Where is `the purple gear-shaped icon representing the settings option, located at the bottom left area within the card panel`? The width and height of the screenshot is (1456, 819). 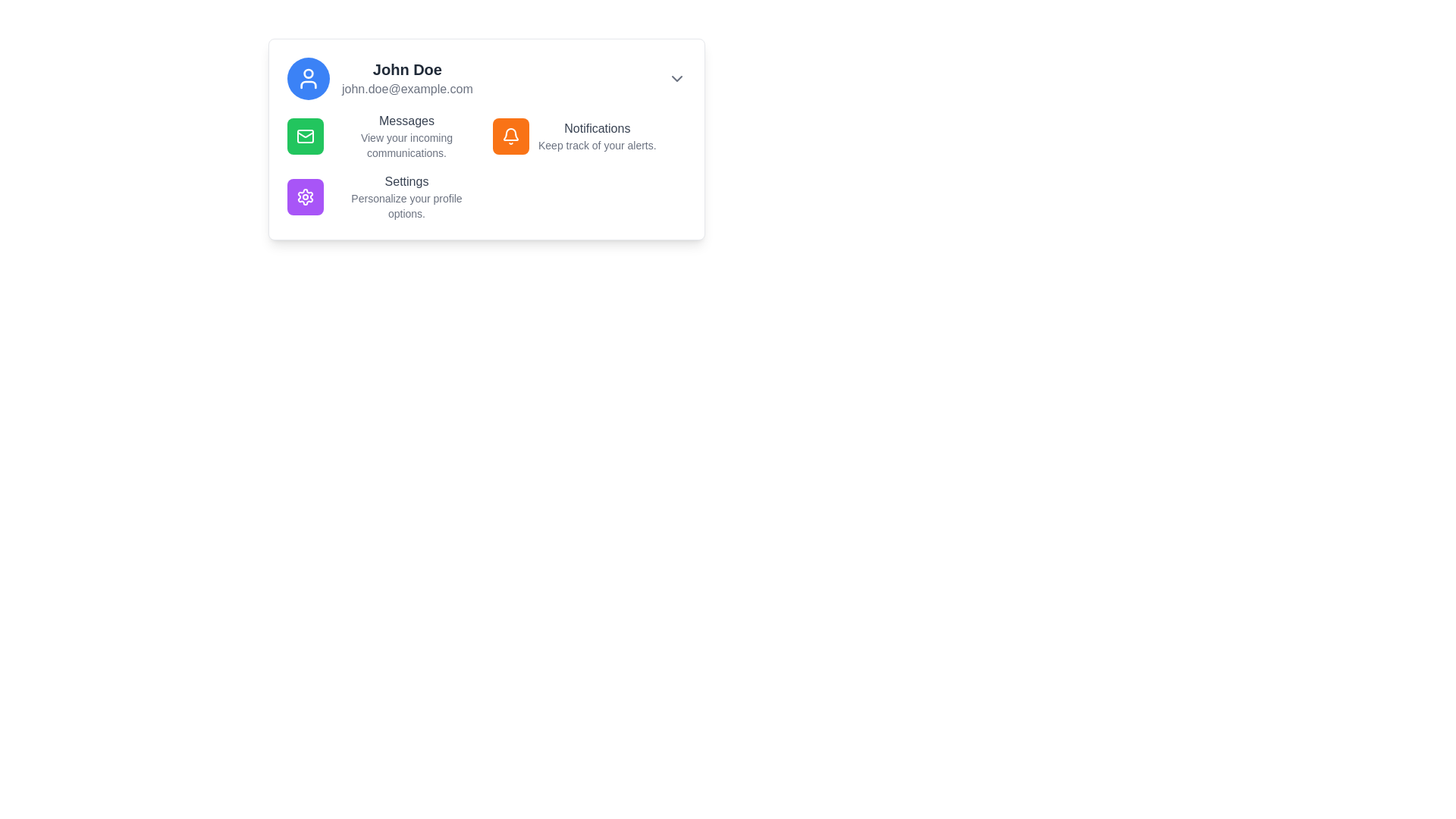
the purple gear-shaped icon representing the settings option, located at the bottom left area within the card panel is located at coordinates (305, 196).